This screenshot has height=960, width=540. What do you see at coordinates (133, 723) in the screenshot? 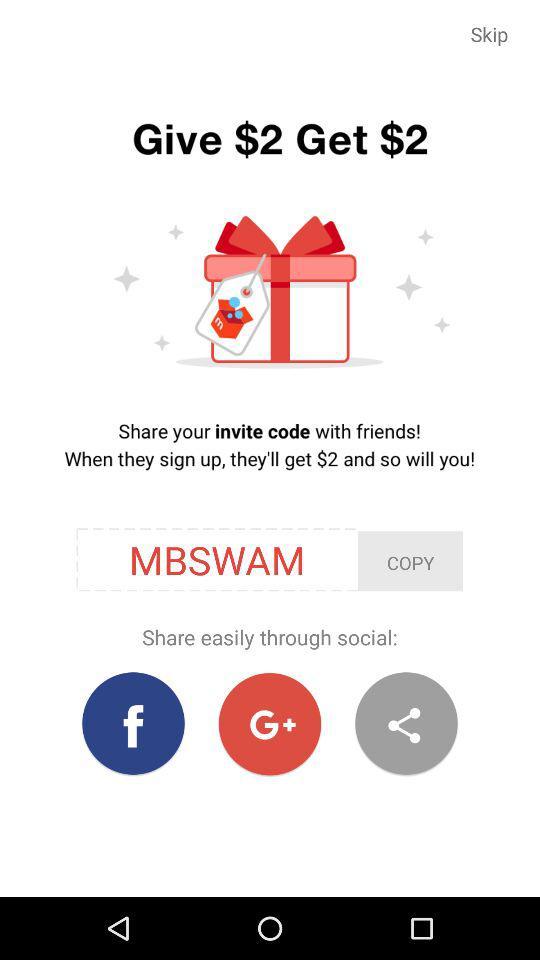
I see `the icon below the share easily through` at bounding box center [133, 723].